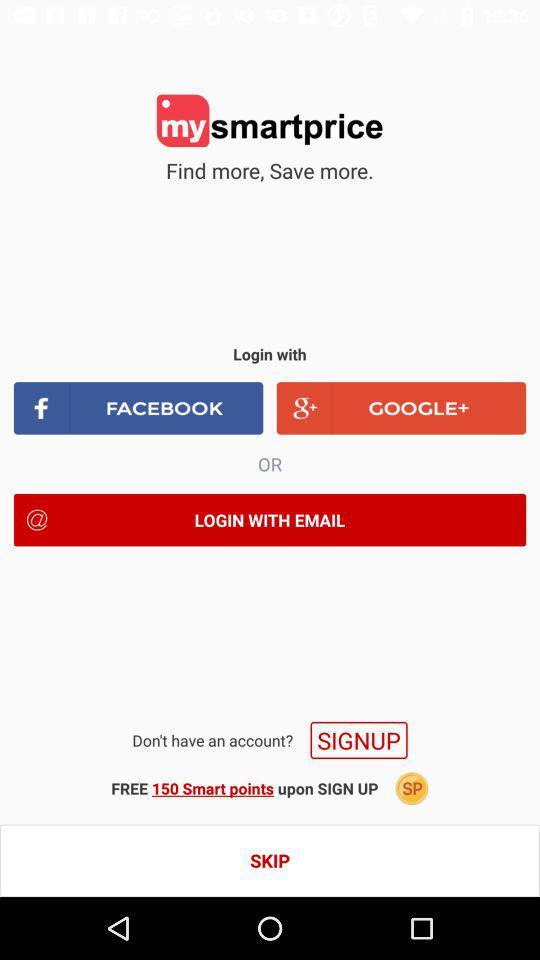 This screenshot has width=540, height=960. What do you see at coordinates (244, 788) in the screenshot?
I see `free 150 smart` at bounding box center [244, 788].